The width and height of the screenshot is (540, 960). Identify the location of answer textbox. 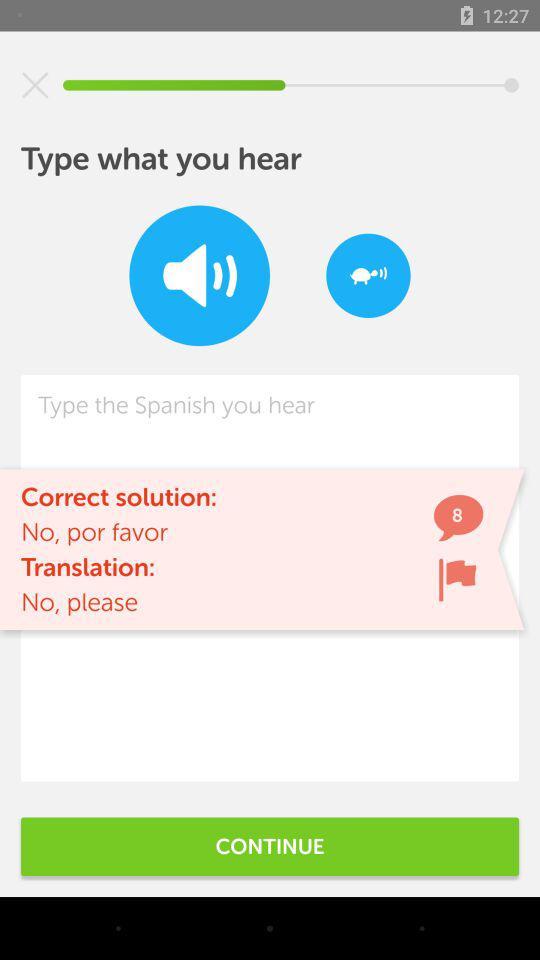
(270, 578).